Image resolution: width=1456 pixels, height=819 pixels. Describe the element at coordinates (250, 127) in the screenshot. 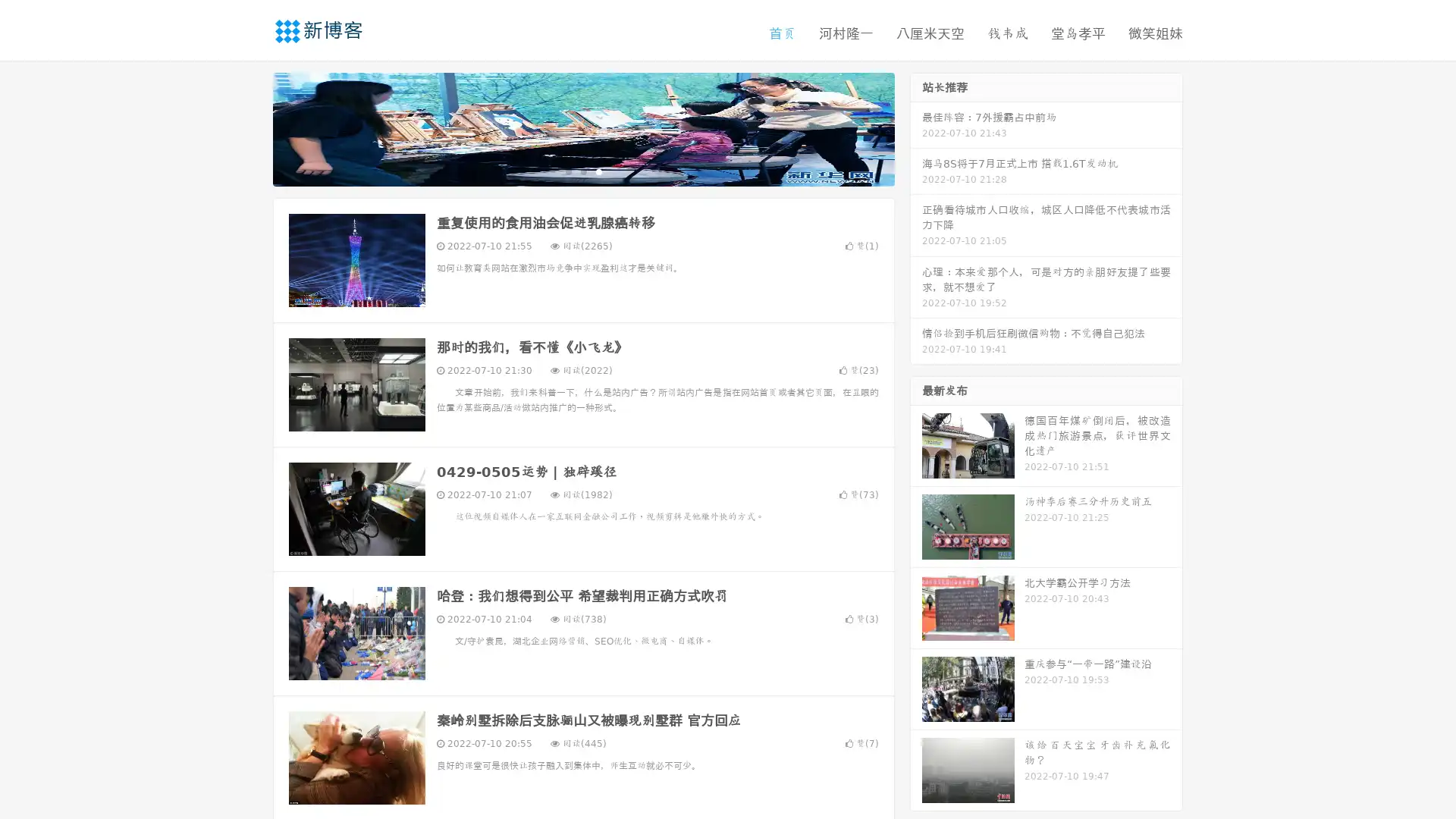

I see `Previous slide` at that location.